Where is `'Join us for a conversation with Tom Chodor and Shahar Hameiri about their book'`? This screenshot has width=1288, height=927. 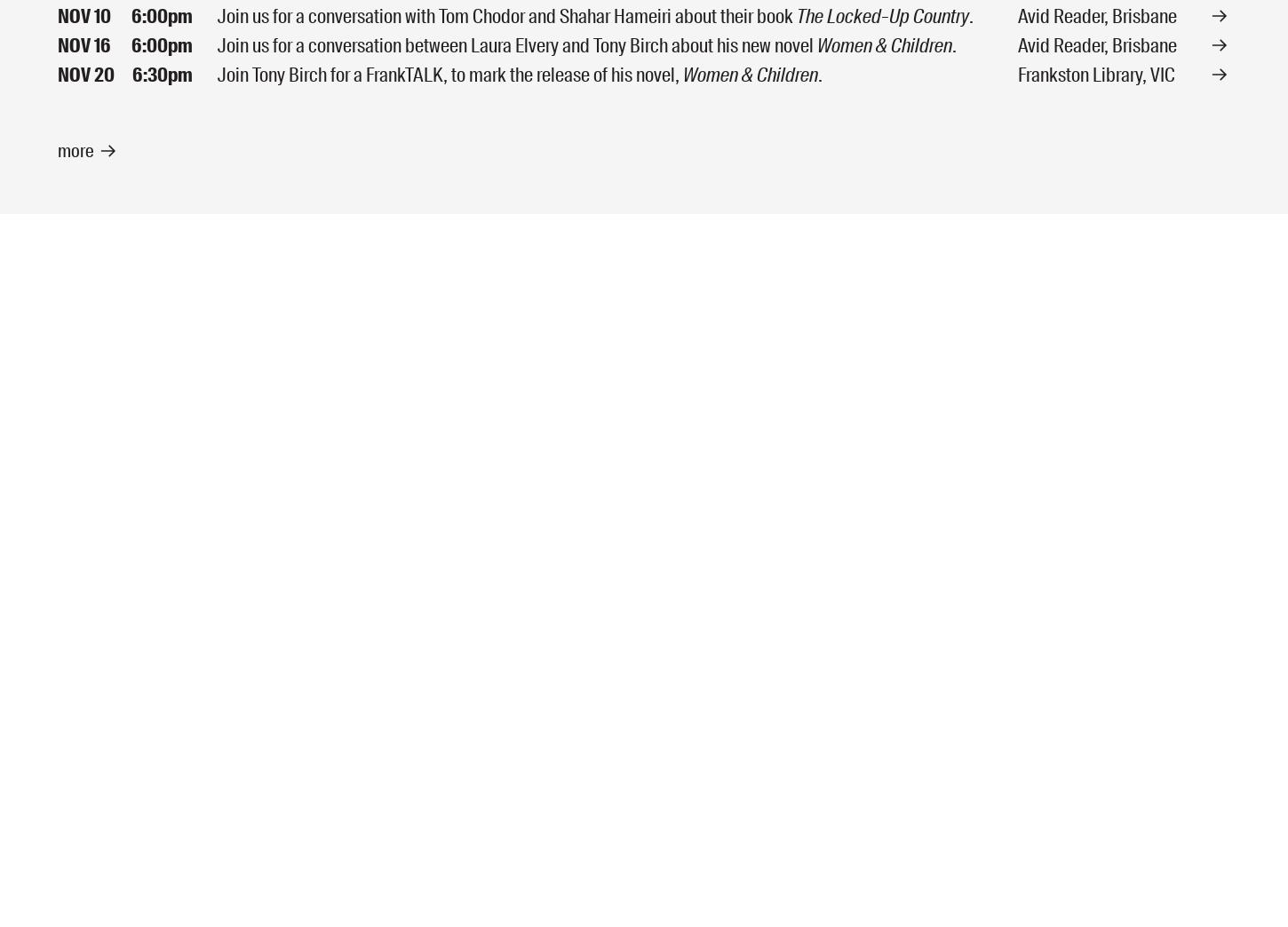 'Join us for a conversation with Tom Chodor and Shahar Hameiri about their book' is located at coordinates (507, 14).